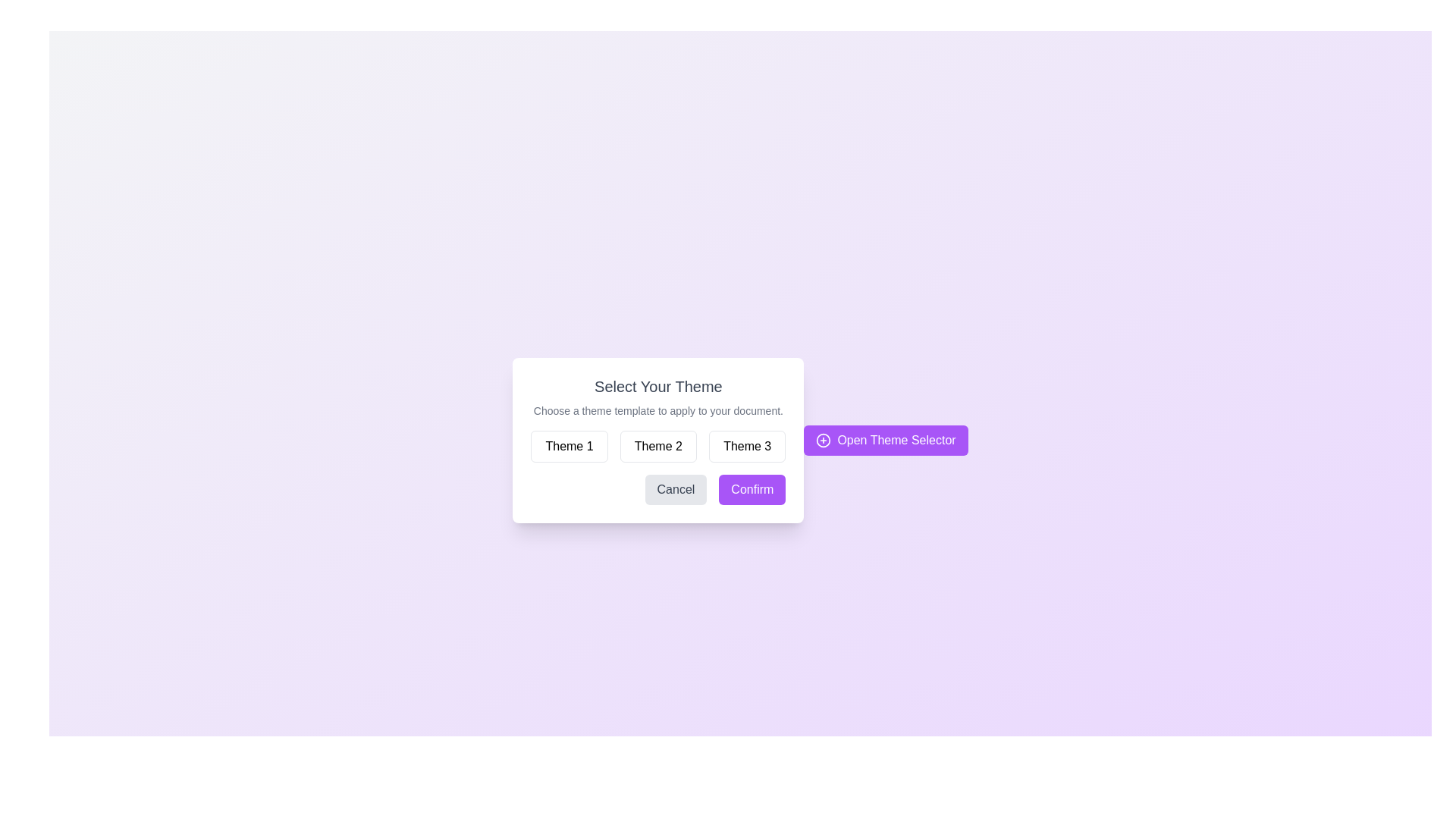 This screenshot has height=819, width=1456. Describe the element at coordinates (658, 411) in the screenshot. I see `static text instruction 'Choose a theme template to apply to your document.' displayed in gray color below the title 'Select Your Theme' in the modal dialog box` at that location.